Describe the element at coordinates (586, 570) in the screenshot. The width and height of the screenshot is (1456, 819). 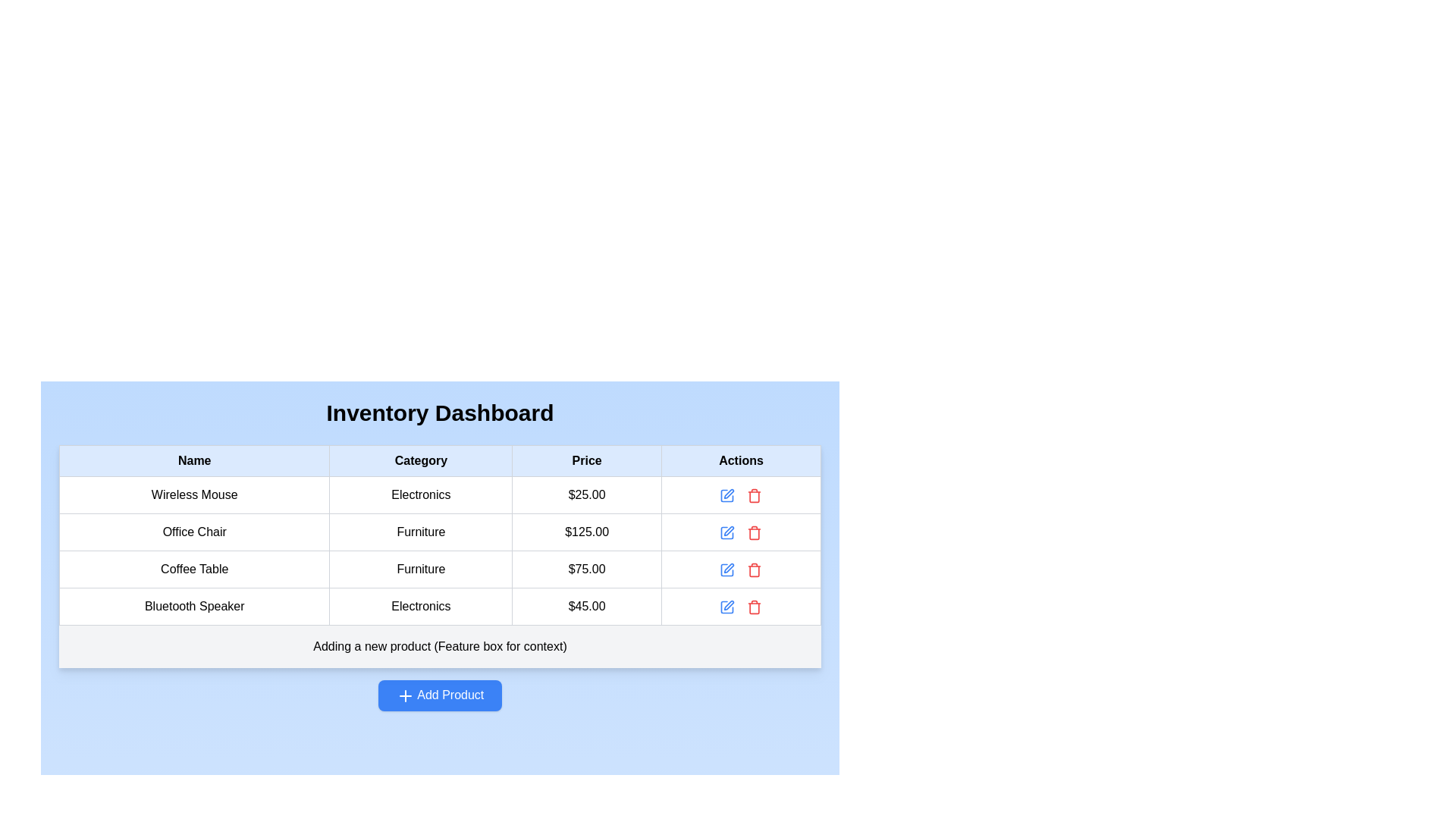
I see `the Text Display element that shows the price '$75.00' in the third row of the Inventory Dashboard table, specifically in the 'Price' column aligned with the 'Coffee Table' entry` at that location.